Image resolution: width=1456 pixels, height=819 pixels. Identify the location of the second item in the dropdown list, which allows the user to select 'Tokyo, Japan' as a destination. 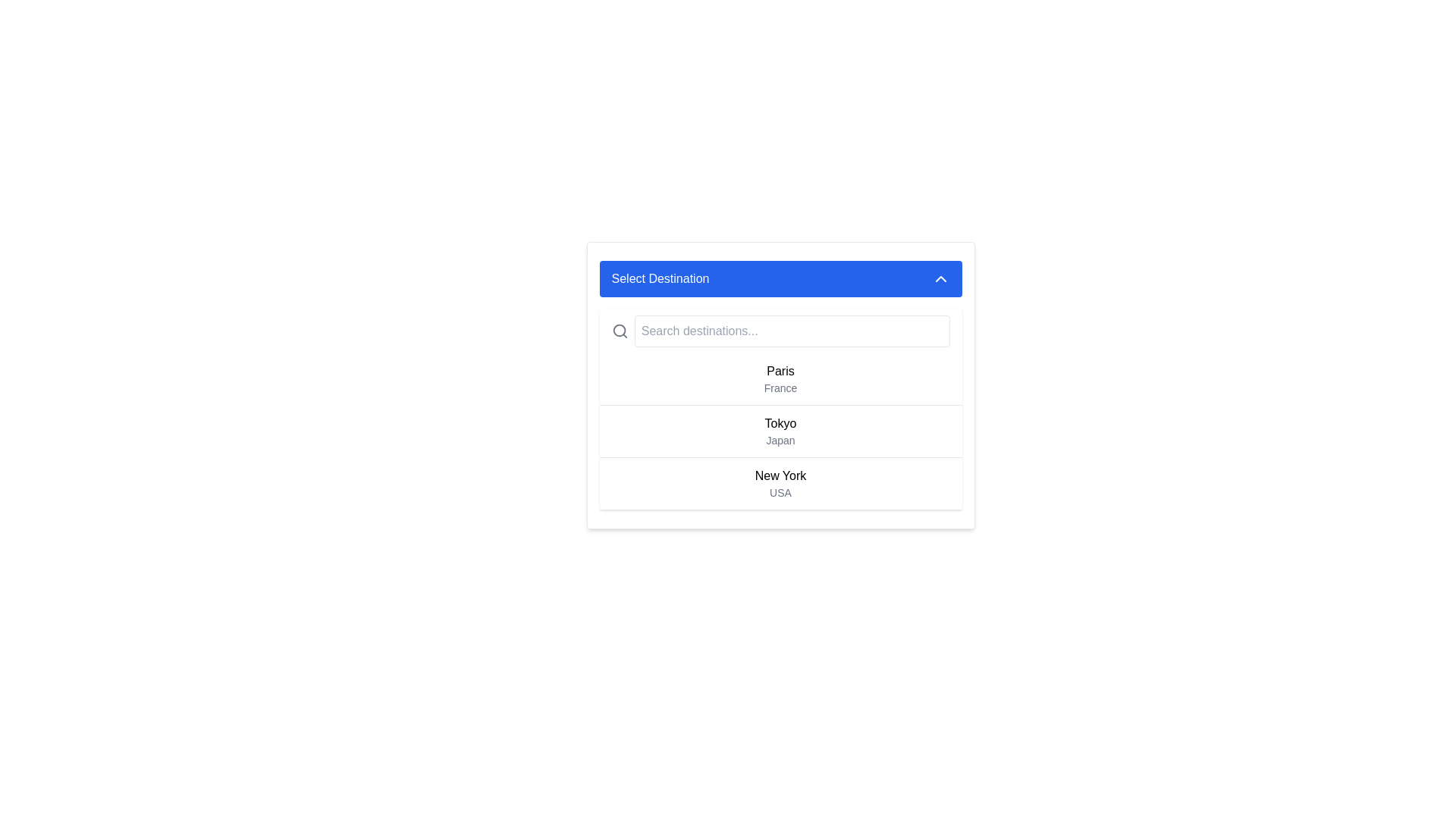
(780, 431).